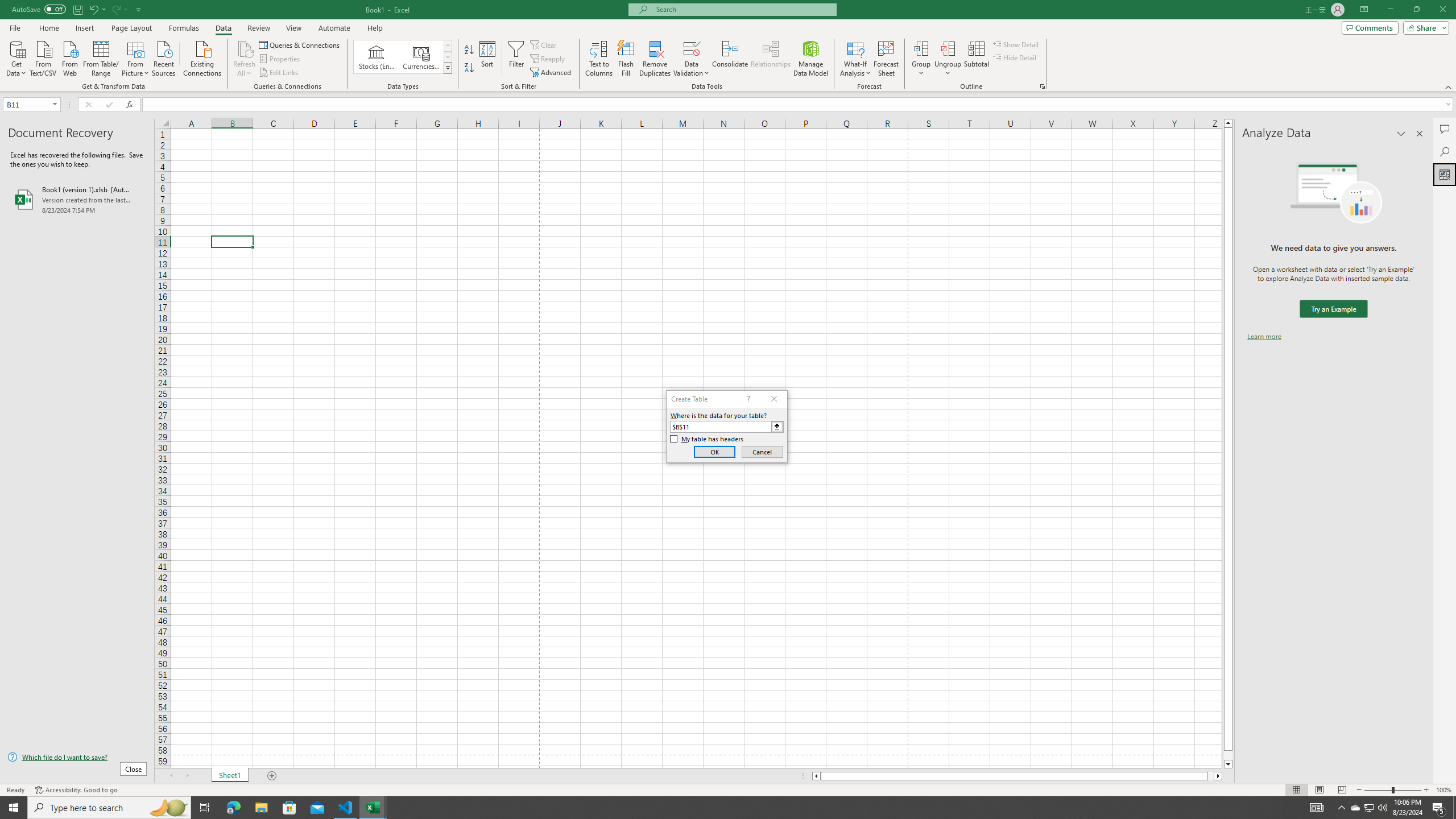  What do you see at coordinates (976, 59) in the screenshot?
I see `'Subtotal'` at bounding box center [976, 59].